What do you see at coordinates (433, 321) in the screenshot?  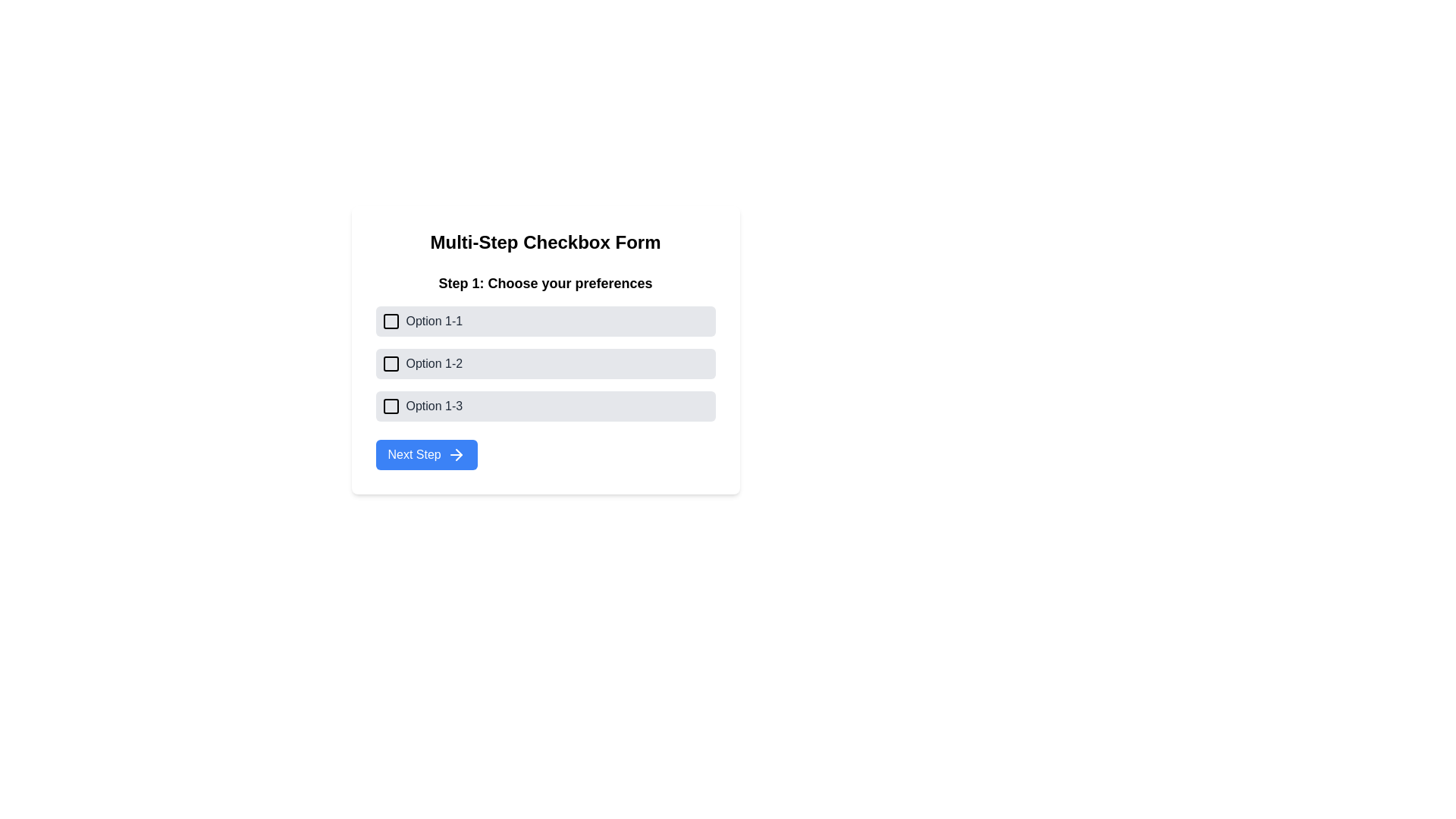 I see `the descriptive text label for the first checkbox option under 'Step 1: Choose your preferences', which is located to the right of the checkbox` at bounding box center [433, 321].